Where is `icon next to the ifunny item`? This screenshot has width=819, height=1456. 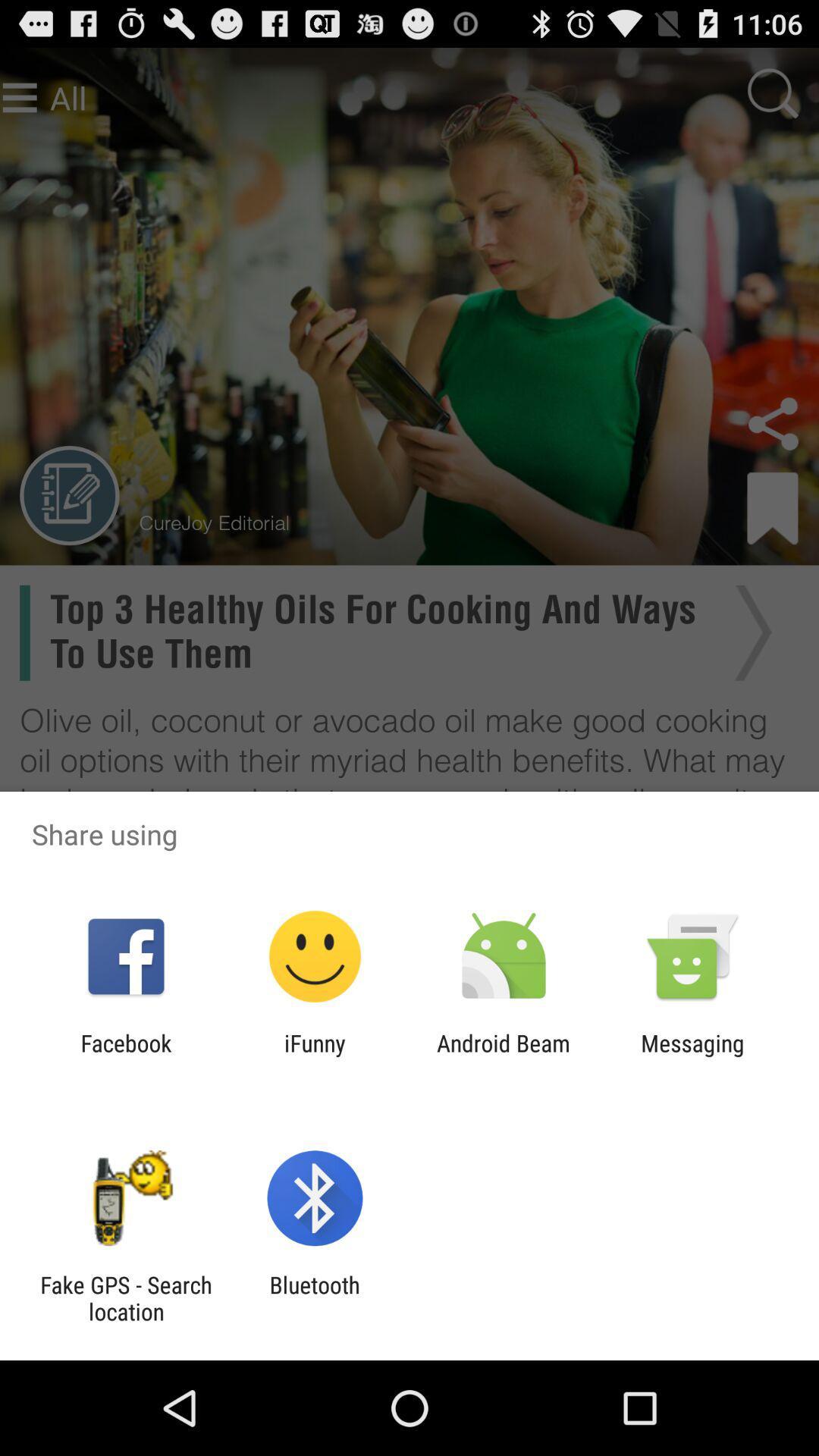
icon next to the ifunny item is located at coordinates (504, 1056).